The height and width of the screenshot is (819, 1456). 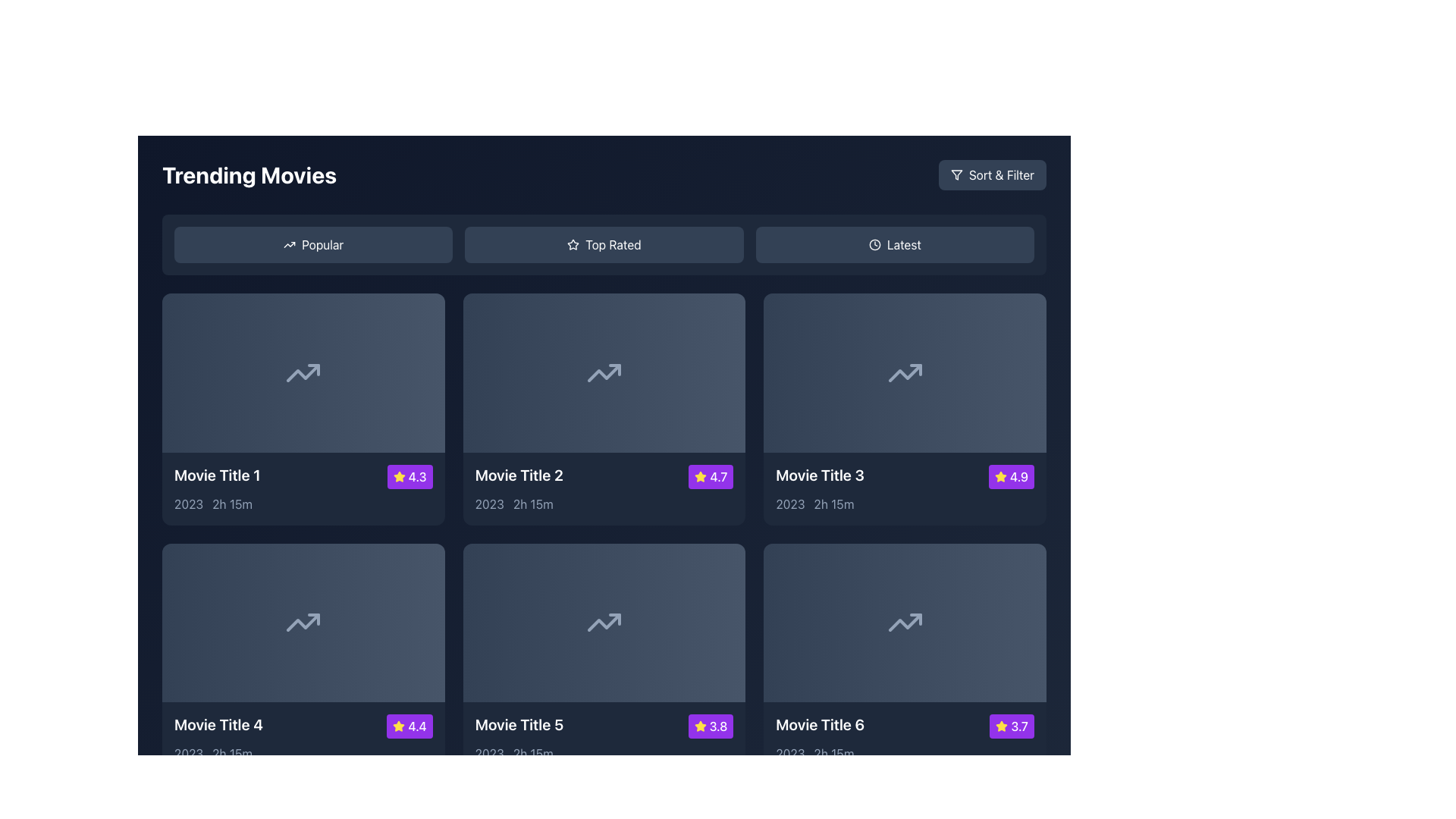 I want to click on text '2023' displayed in a small sans-serif font, styled with a light gray color, located at the bottom-left corner of the tile for 'Movie Title 4', so click(x=188, y=754).